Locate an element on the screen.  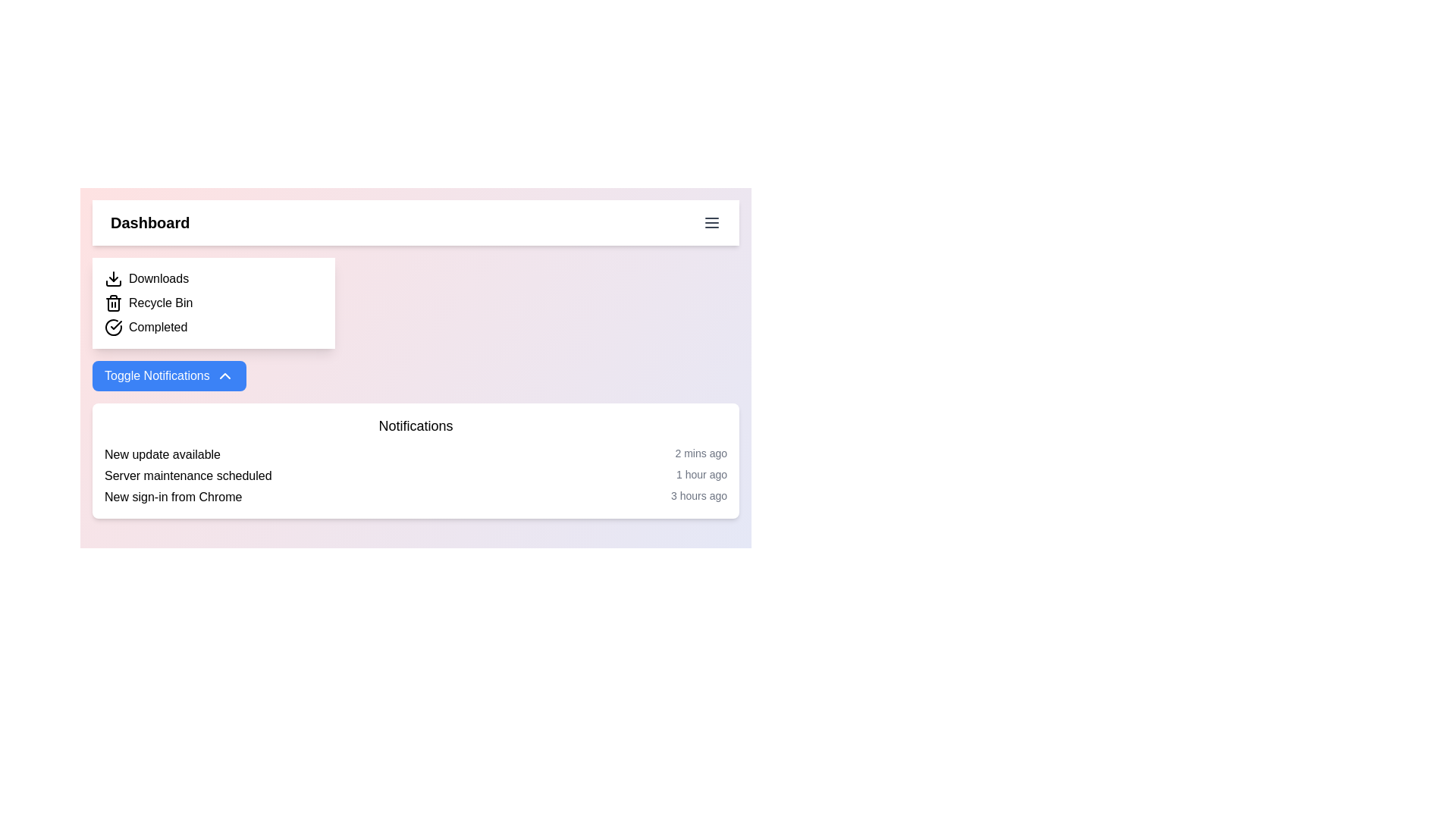
the individual notification items in the Notifications panel, which is a rectangular box with rounded corners and a title labeled 'Notifications' at the top is located at coordinates (416, 460).